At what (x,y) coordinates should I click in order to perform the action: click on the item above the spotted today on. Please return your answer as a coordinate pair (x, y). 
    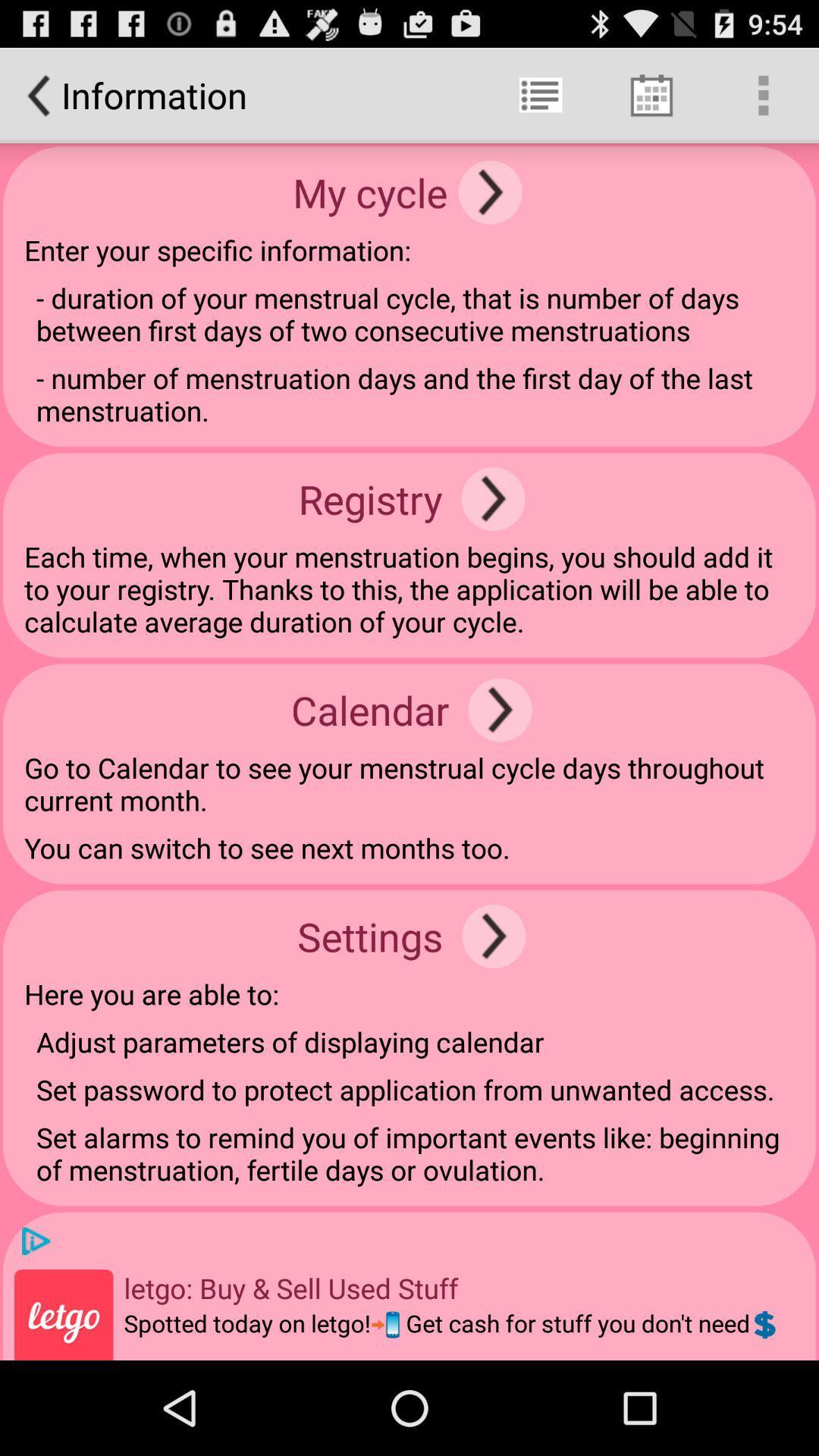
    Looking at the image, I should click on (291, 1287).